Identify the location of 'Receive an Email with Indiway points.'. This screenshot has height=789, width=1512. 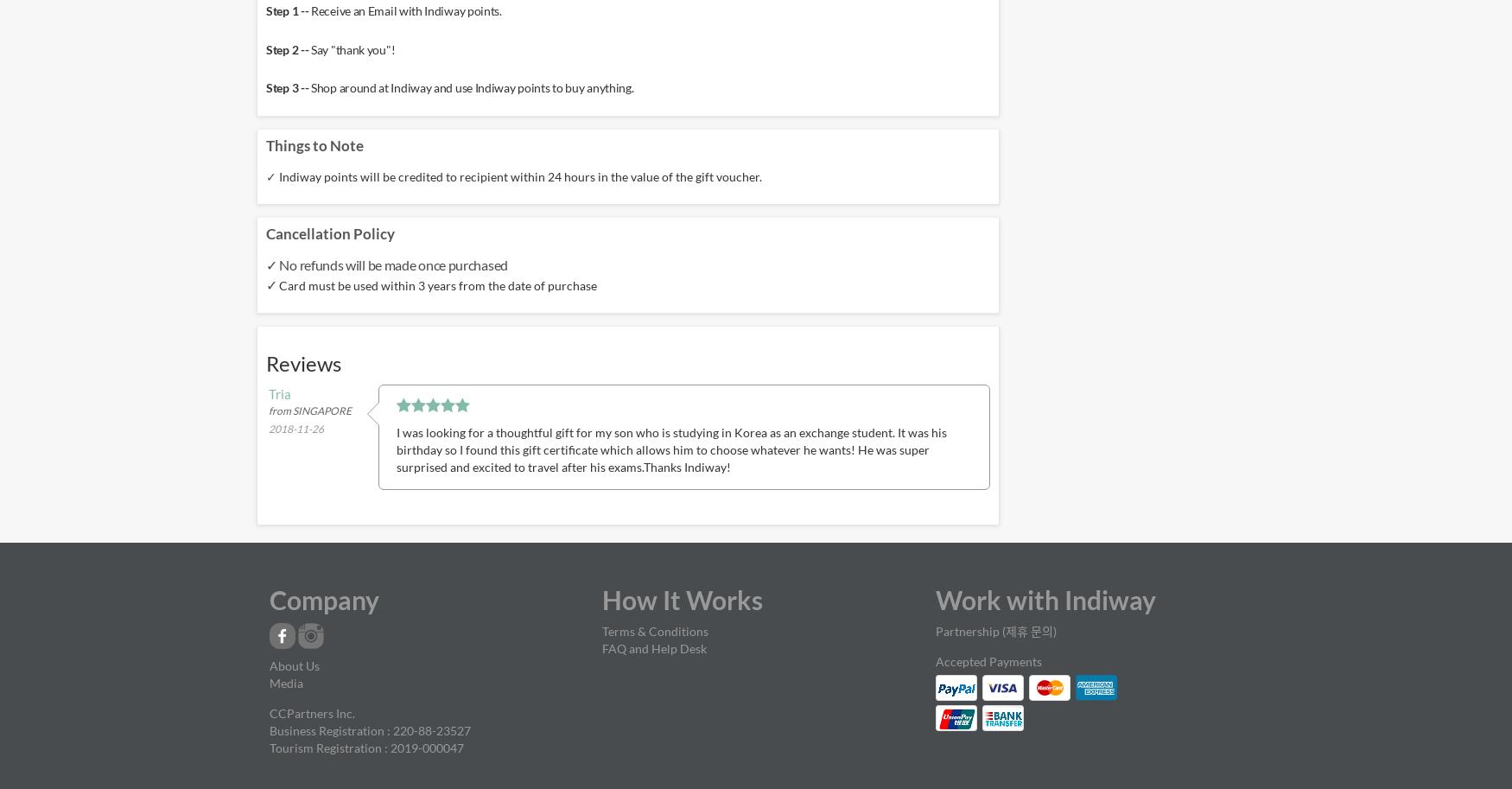
(407, 10).